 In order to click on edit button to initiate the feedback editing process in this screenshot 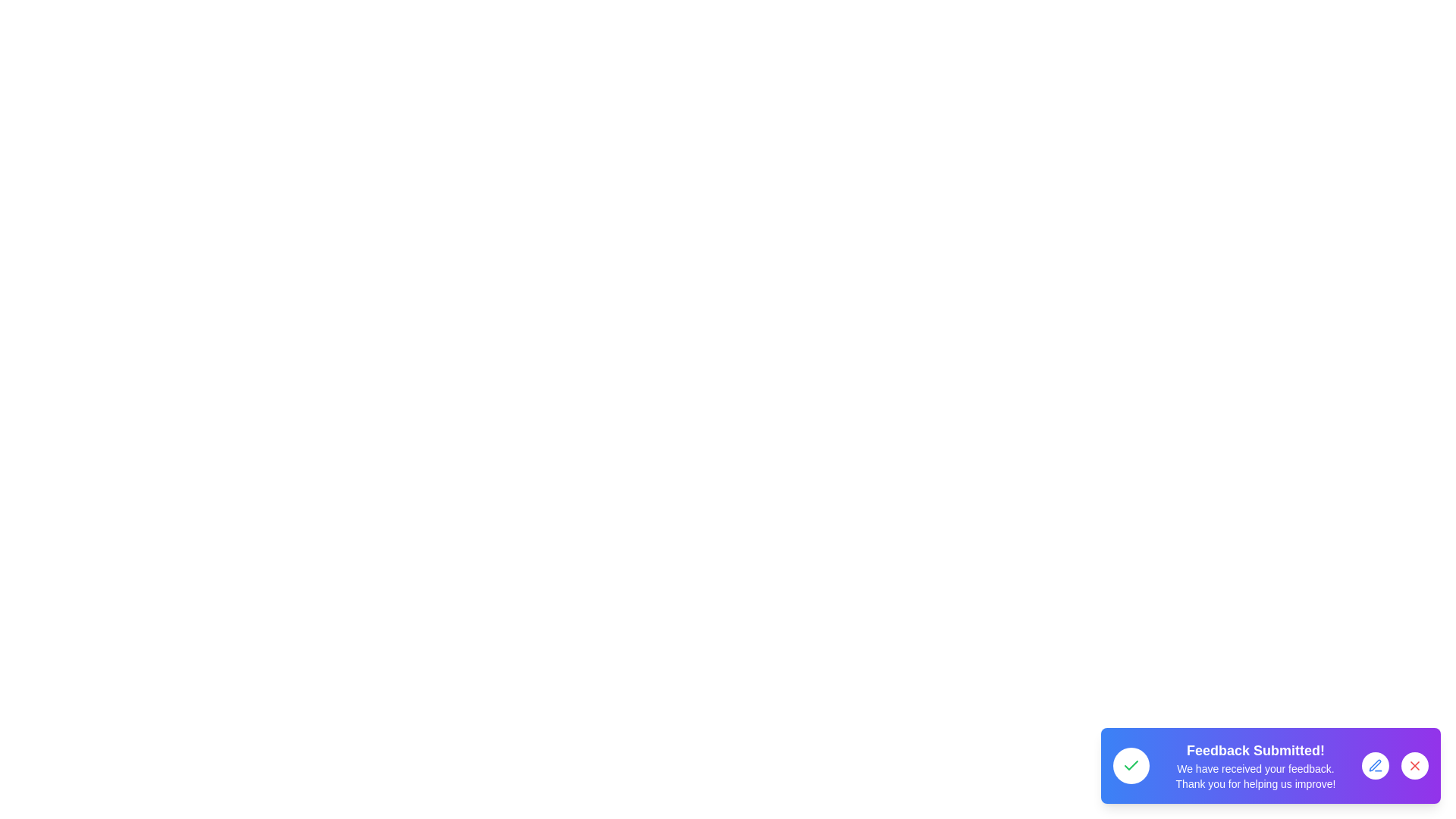, I will do `click(1376, 766)`.